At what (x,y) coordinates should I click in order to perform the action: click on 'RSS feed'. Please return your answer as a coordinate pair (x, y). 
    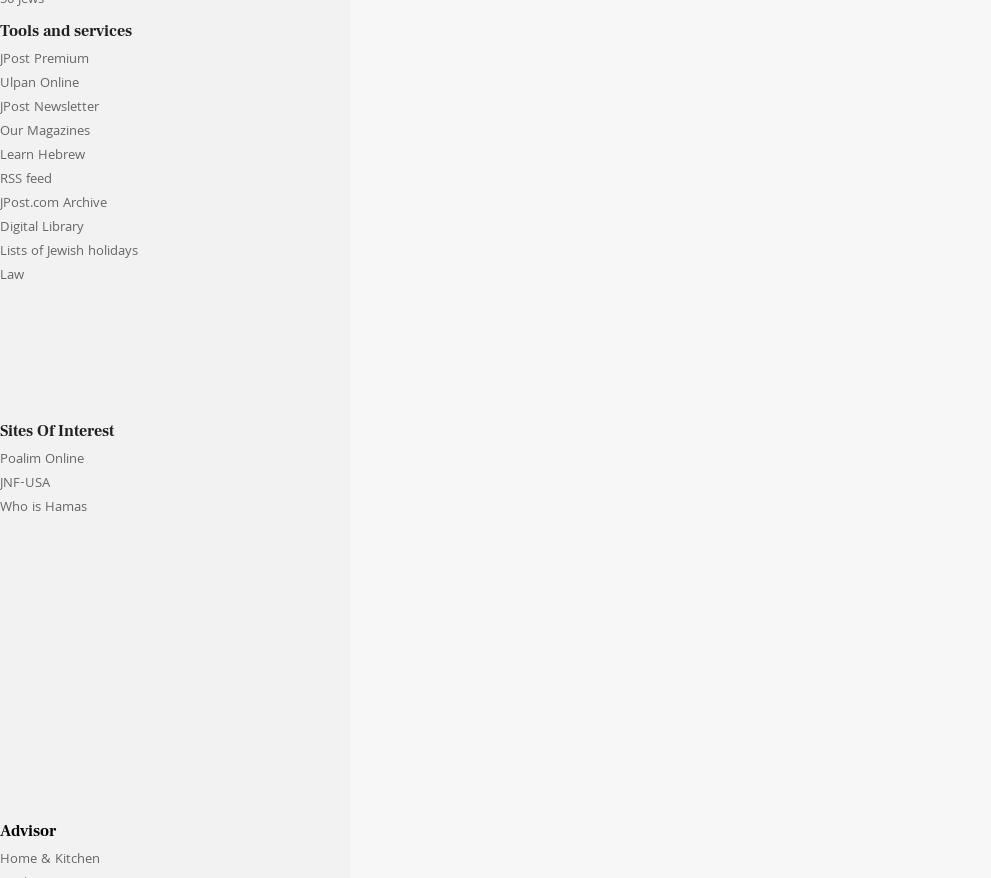
    Looking at the image, I should click on (24, 178).